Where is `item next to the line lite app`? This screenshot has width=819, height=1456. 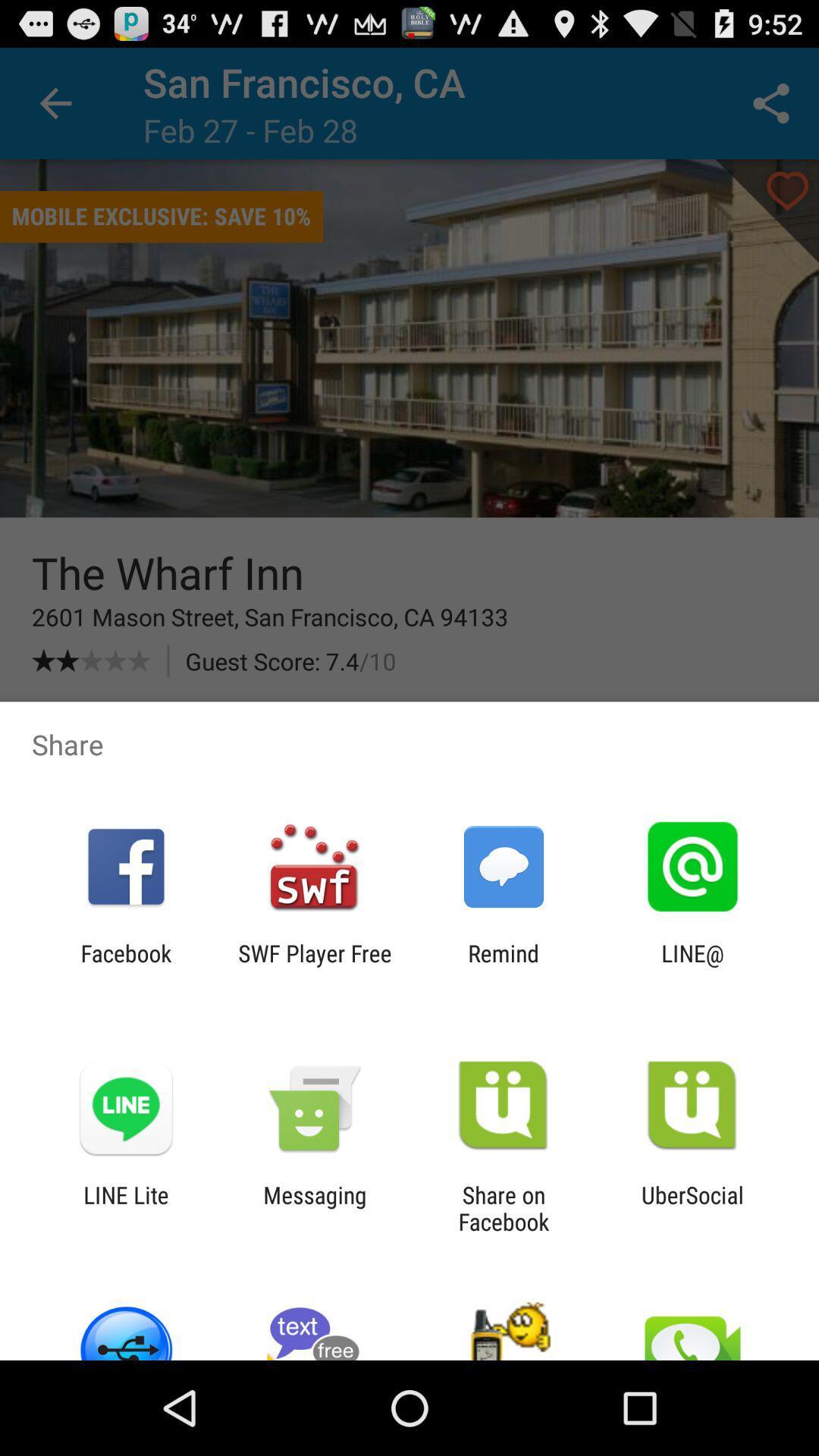 item next to the line lite app is located at coordinates (314, 1207).